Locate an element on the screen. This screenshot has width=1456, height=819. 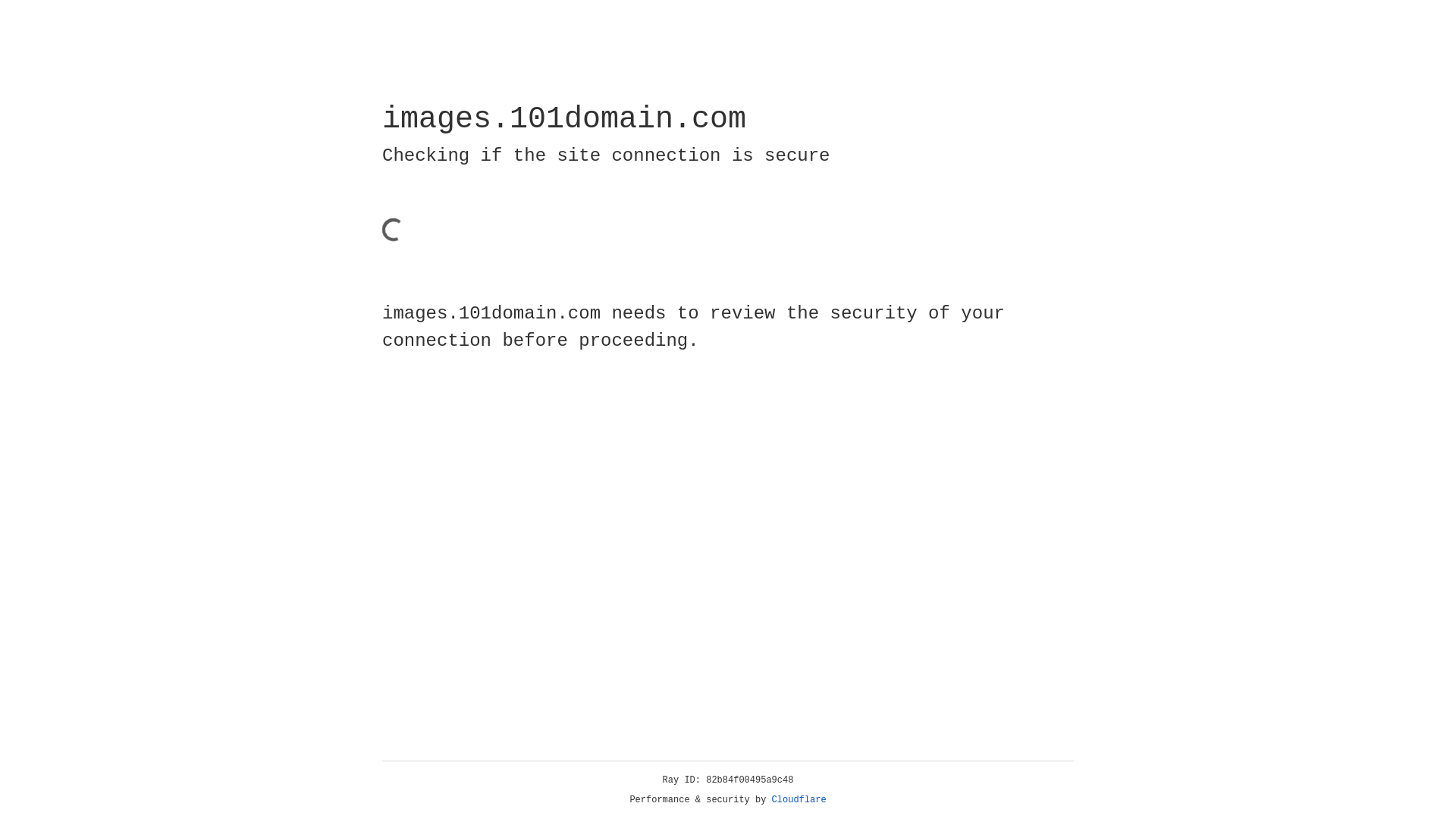
'Cloudflare' is located at coordinates (799, 799).